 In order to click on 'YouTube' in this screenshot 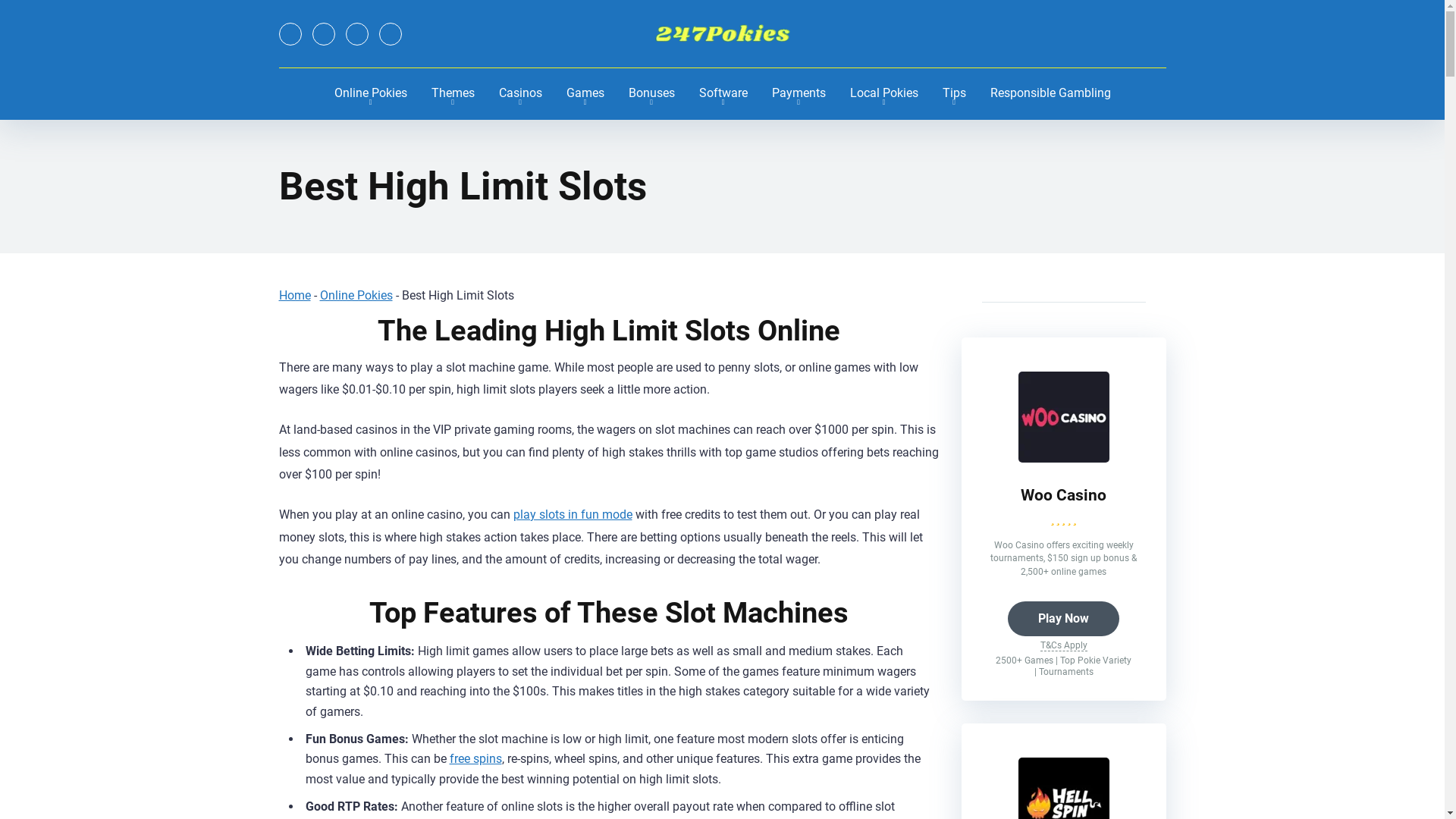, I will do `click(323, 34)`.